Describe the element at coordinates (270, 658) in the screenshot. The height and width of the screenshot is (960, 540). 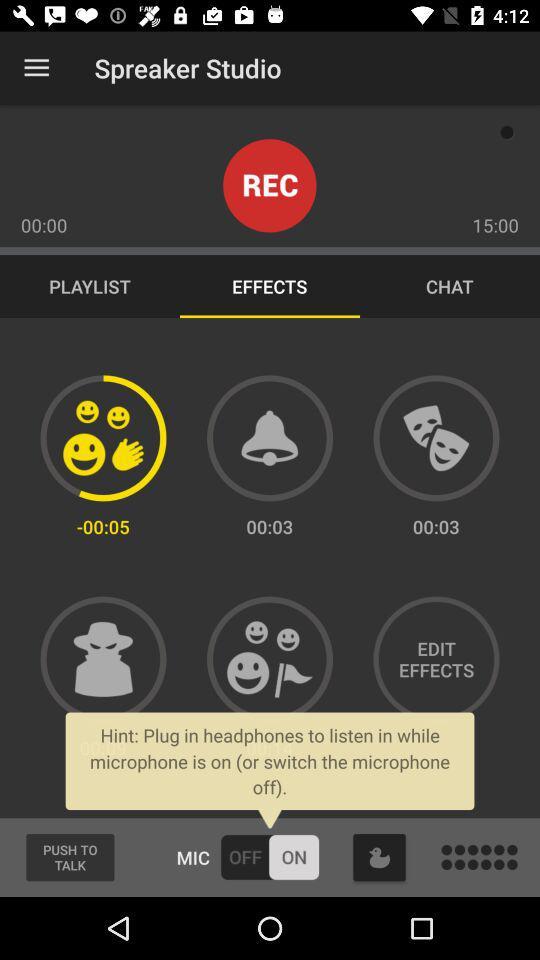
I see `the effect` at that location.